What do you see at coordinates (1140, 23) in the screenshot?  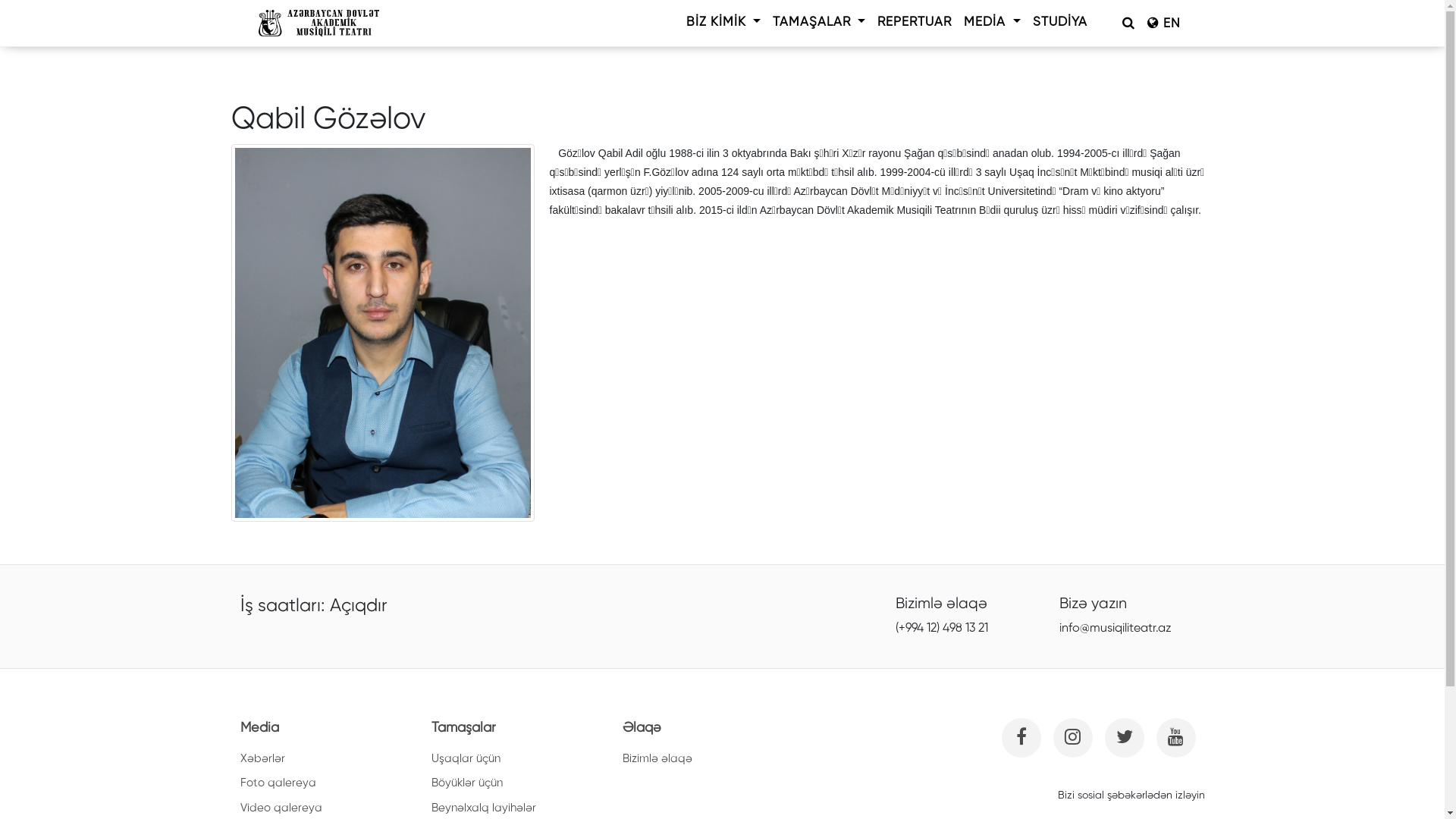 I see `'EN'` at bounding box center [1140, 23].